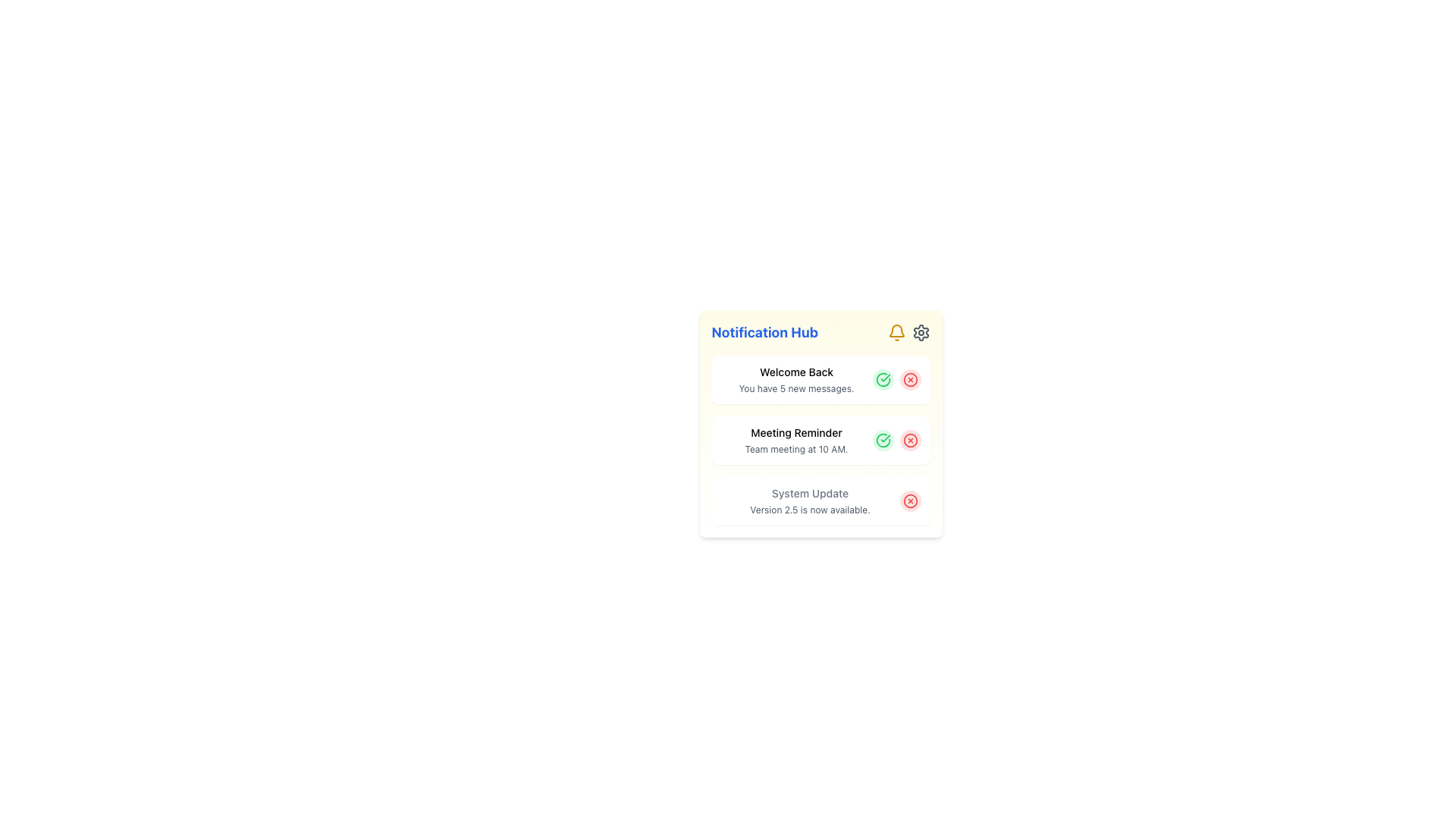  I want to click on the Text Label indicating unread or new messages, which is positioned below the 'Welcome Back' text in the notification card, so click(795, 388).